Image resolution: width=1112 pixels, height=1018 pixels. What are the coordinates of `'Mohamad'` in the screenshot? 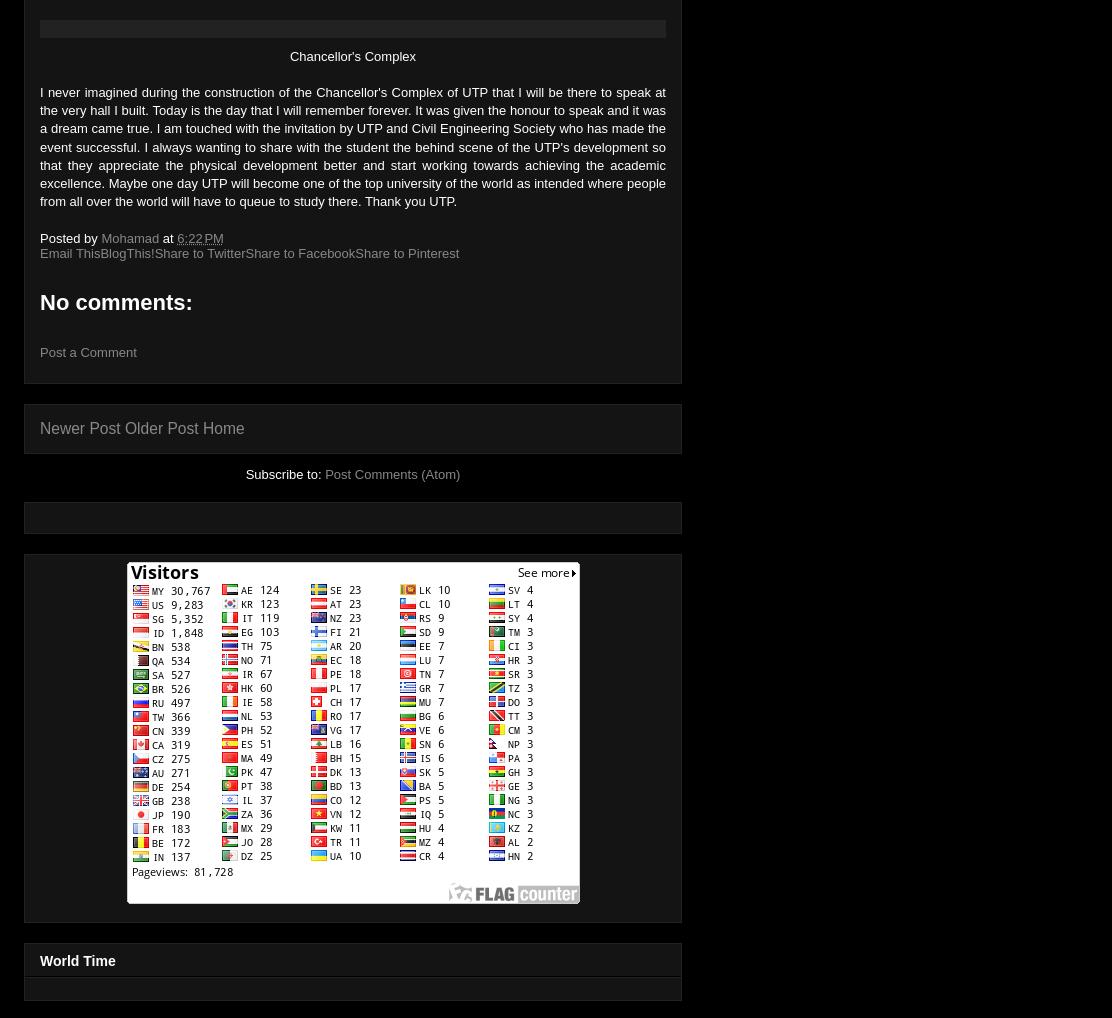 It's located at (130, 236).